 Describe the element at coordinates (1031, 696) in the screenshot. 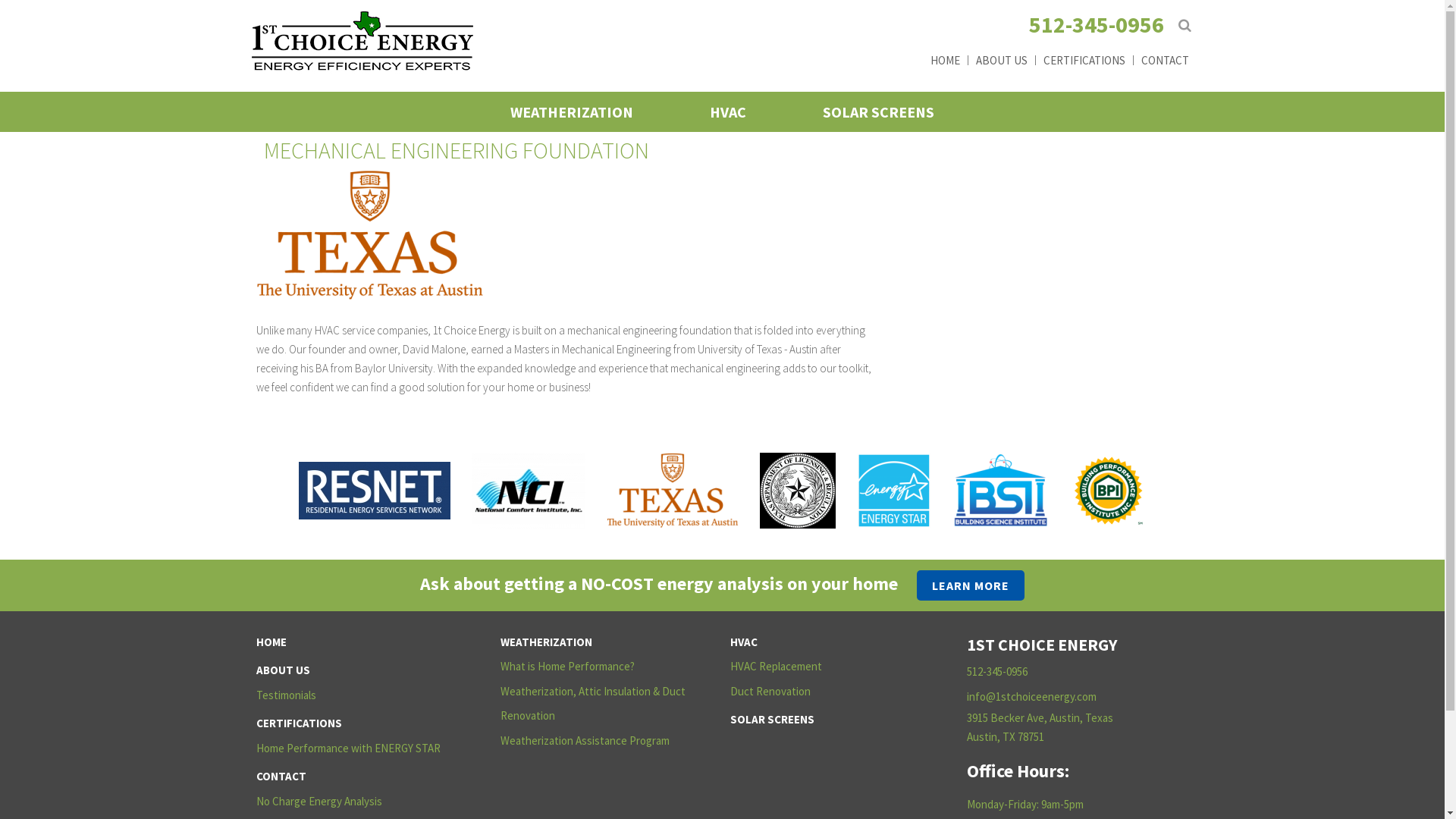

I see `'info@1stchoiceenergy.com'` at that location.